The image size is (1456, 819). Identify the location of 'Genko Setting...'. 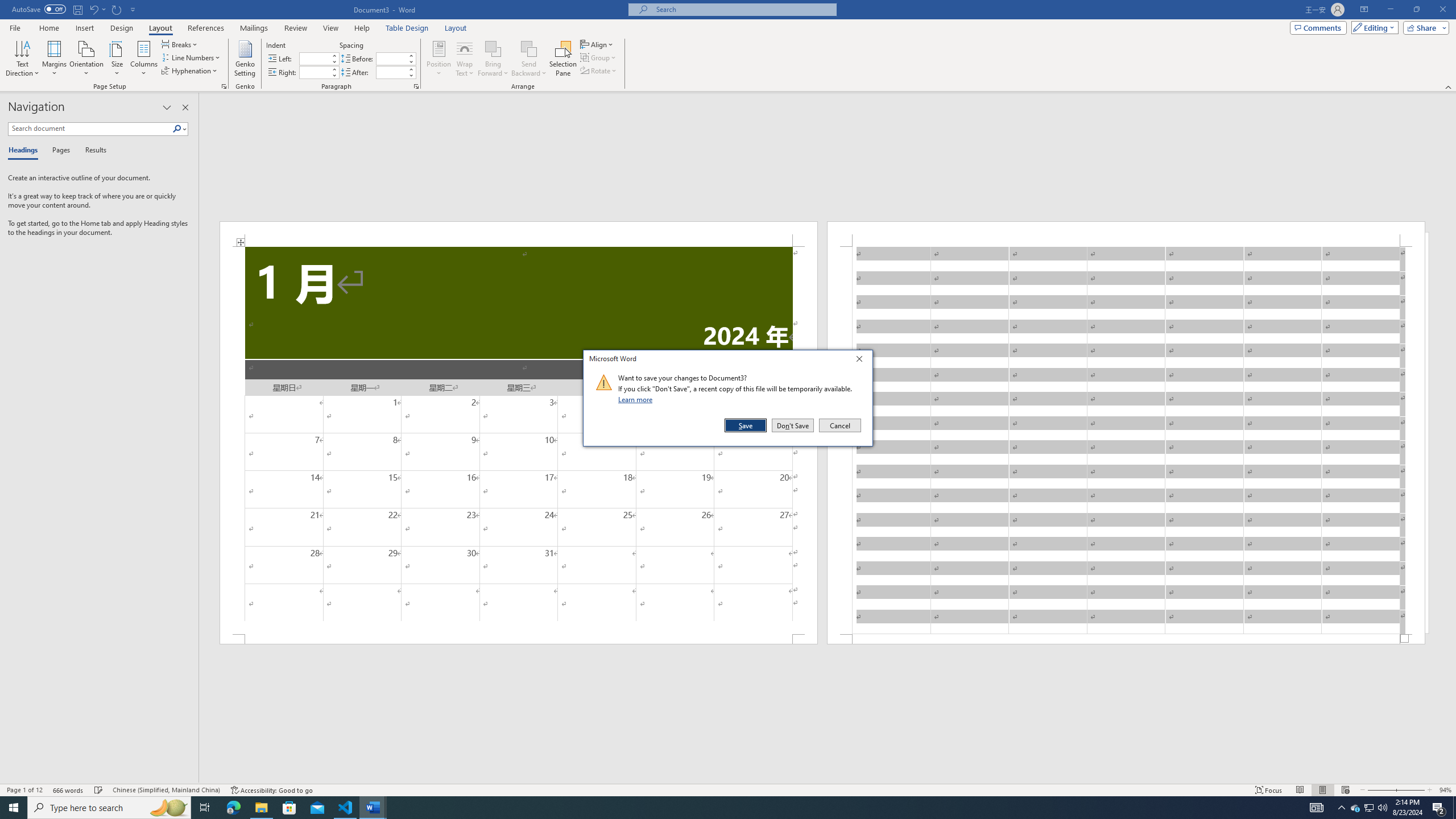
(245, 59).